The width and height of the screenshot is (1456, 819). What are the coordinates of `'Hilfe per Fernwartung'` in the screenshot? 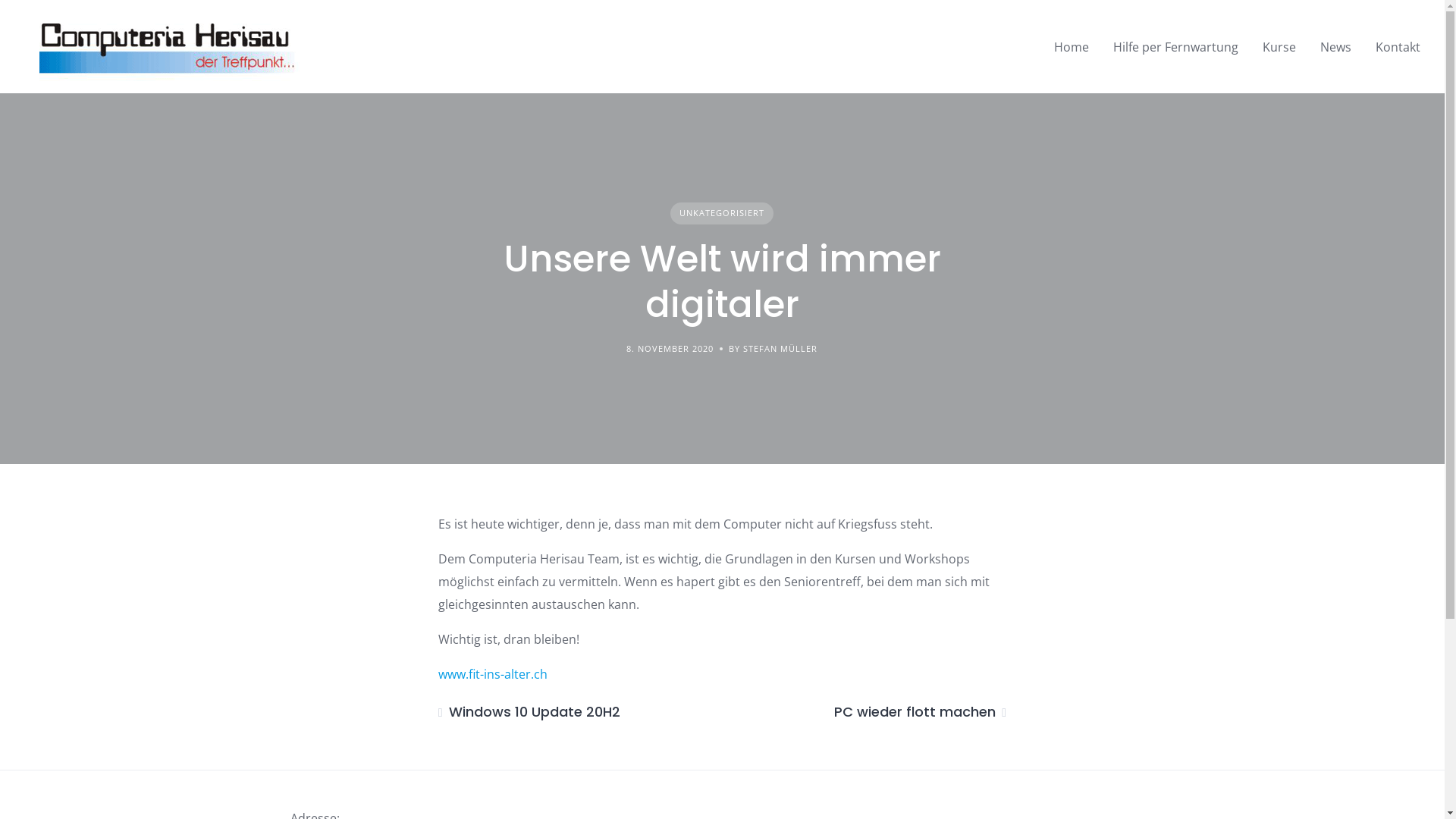 It's located at (1175, 45).